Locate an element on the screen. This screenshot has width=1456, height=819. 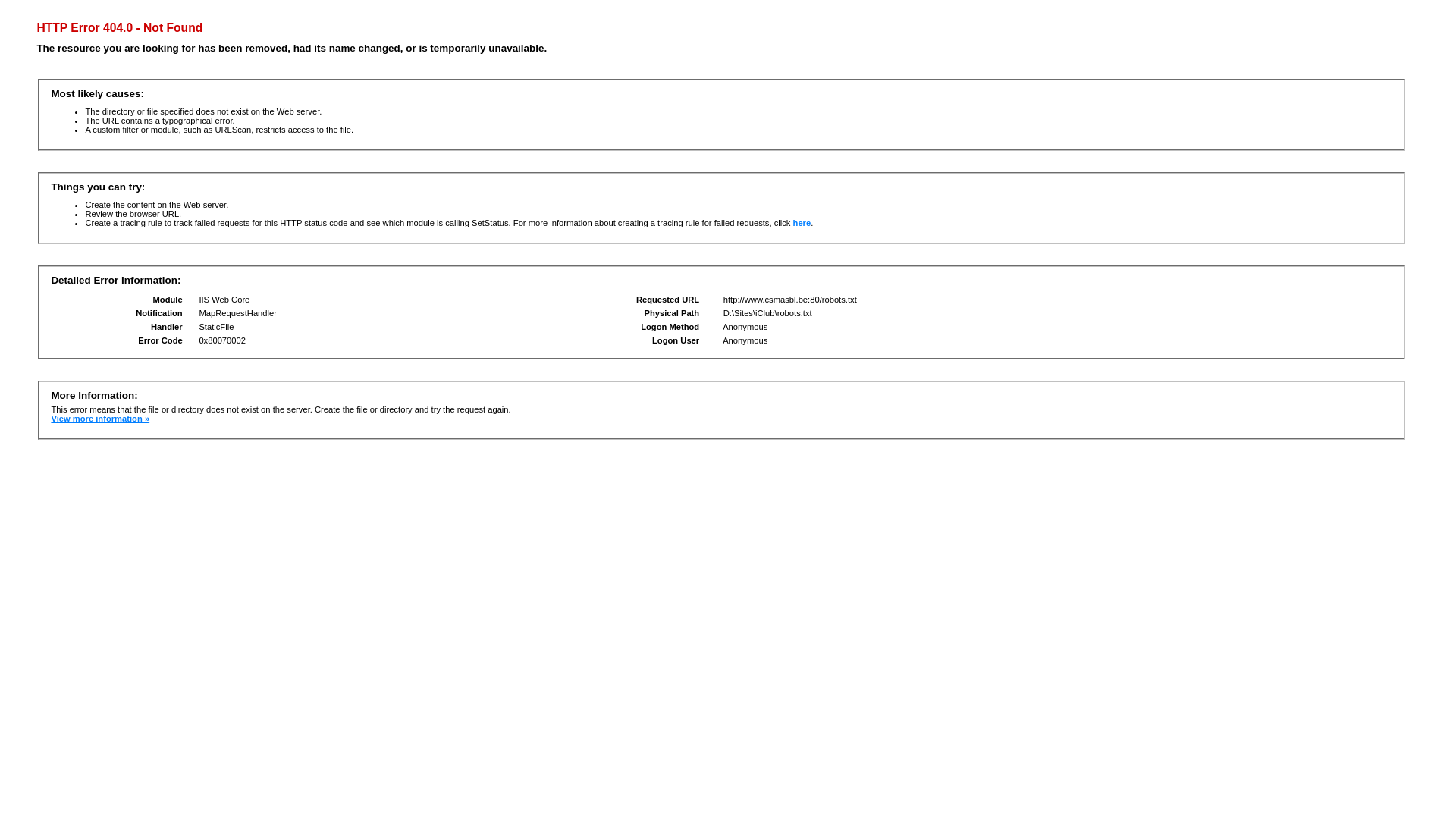
'here' is located at coordinates (801, 222).